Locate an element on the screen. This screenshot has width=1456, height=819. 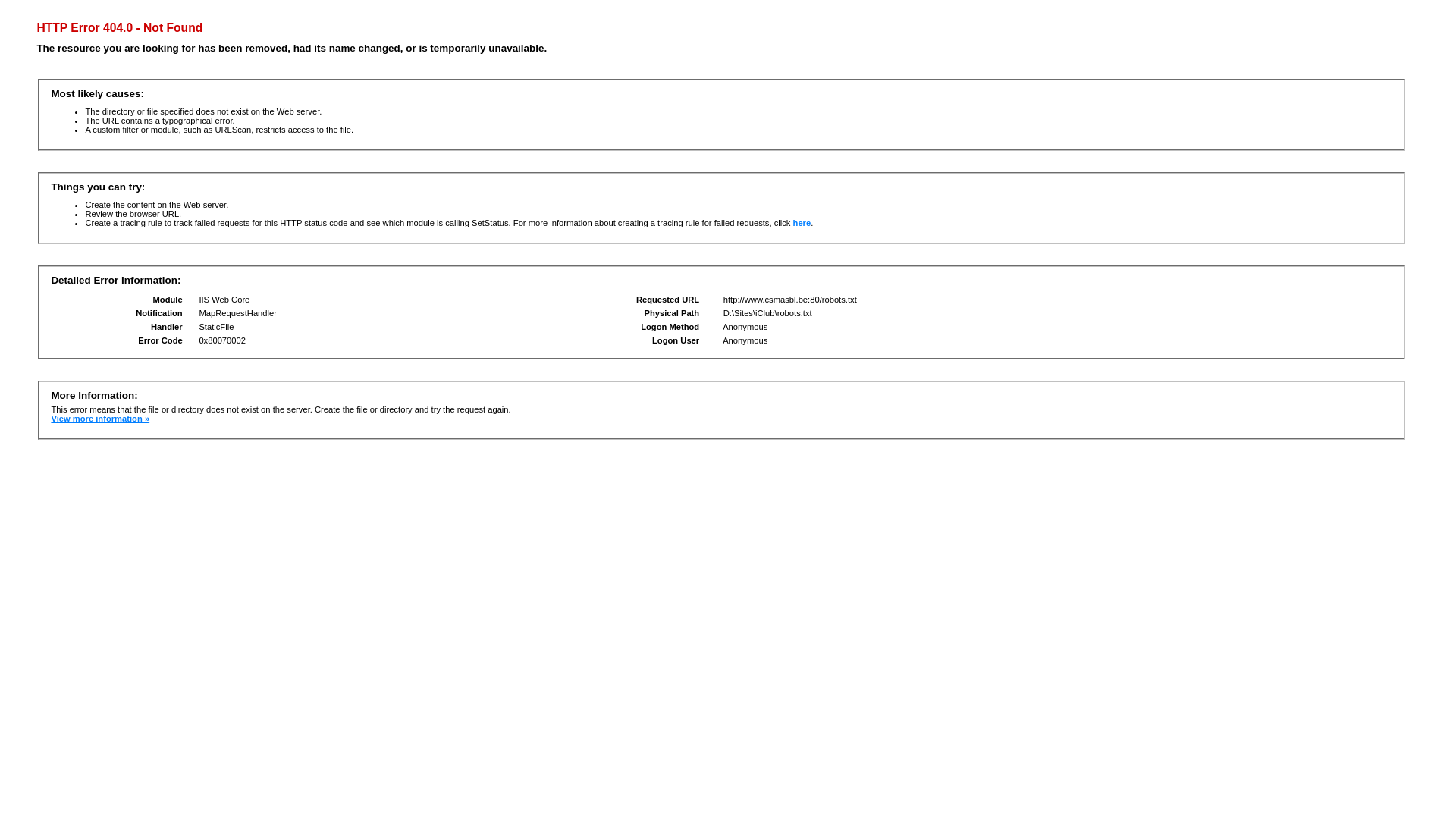
'here' is located at coordinates (801, 222).